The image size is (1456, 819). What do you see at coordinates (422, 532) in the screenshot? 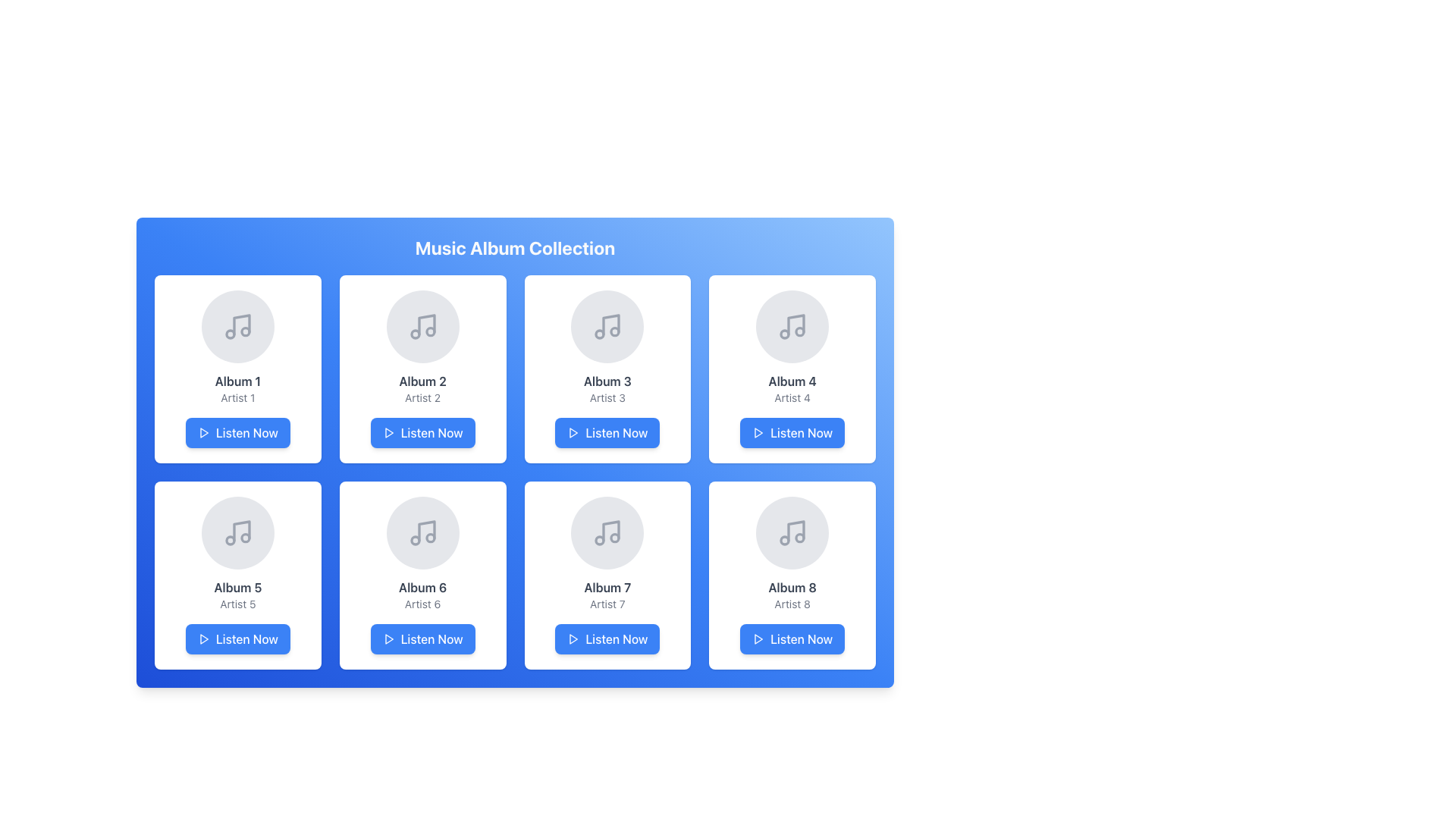
I see `the decorative music icon in the circular segment of the 'Album 6' card located in the second row, third column of the music grid layout` at bounding box center [422, 532].